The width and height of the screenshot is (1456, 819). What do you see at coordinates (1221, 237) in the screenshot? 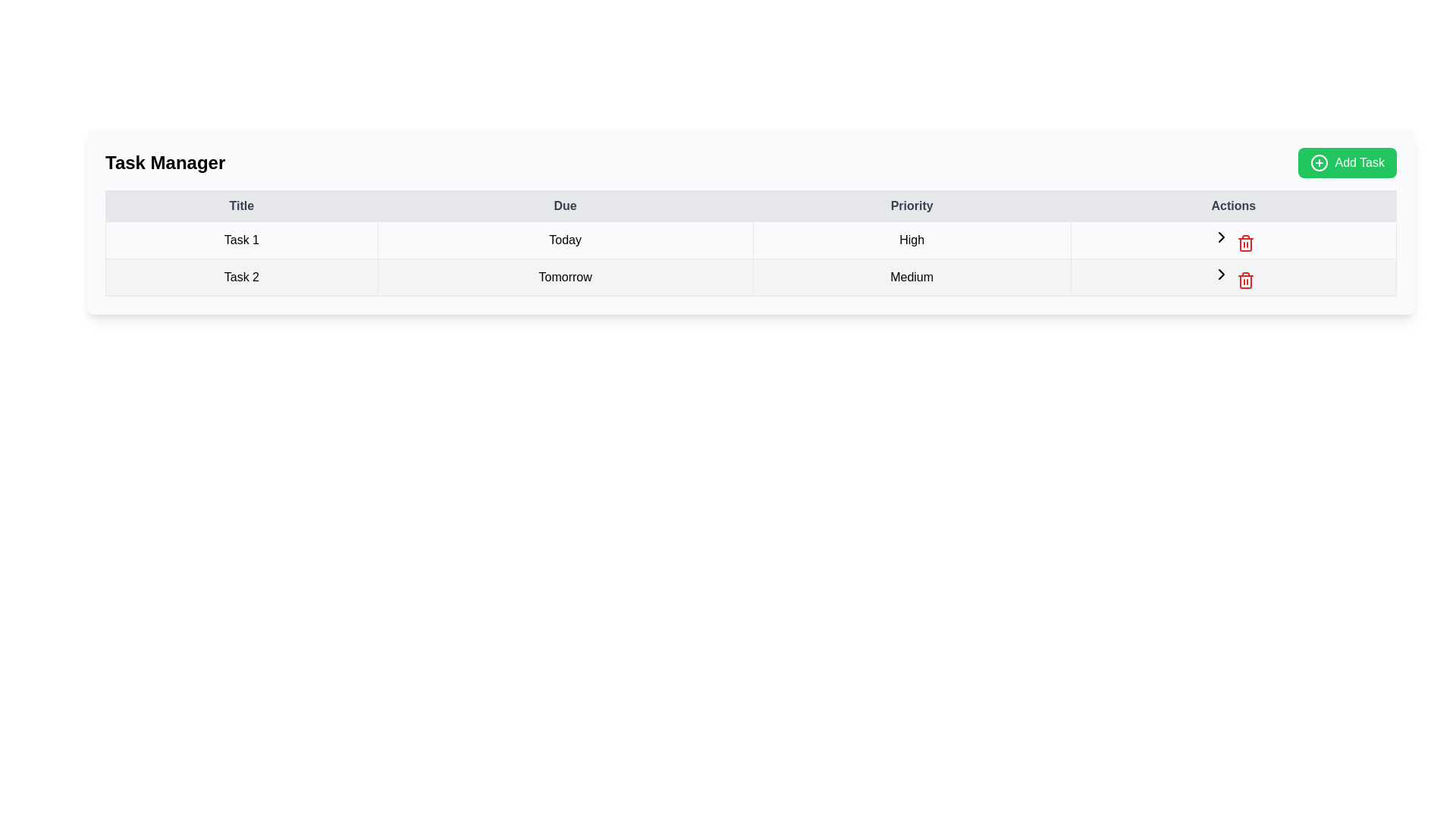
I see `the rightward chevron arrow icon in the 'Actions' column of the task list adjacent to 'Task 2' for tooltip or visual feedback` at bounding box center [1221, 237].